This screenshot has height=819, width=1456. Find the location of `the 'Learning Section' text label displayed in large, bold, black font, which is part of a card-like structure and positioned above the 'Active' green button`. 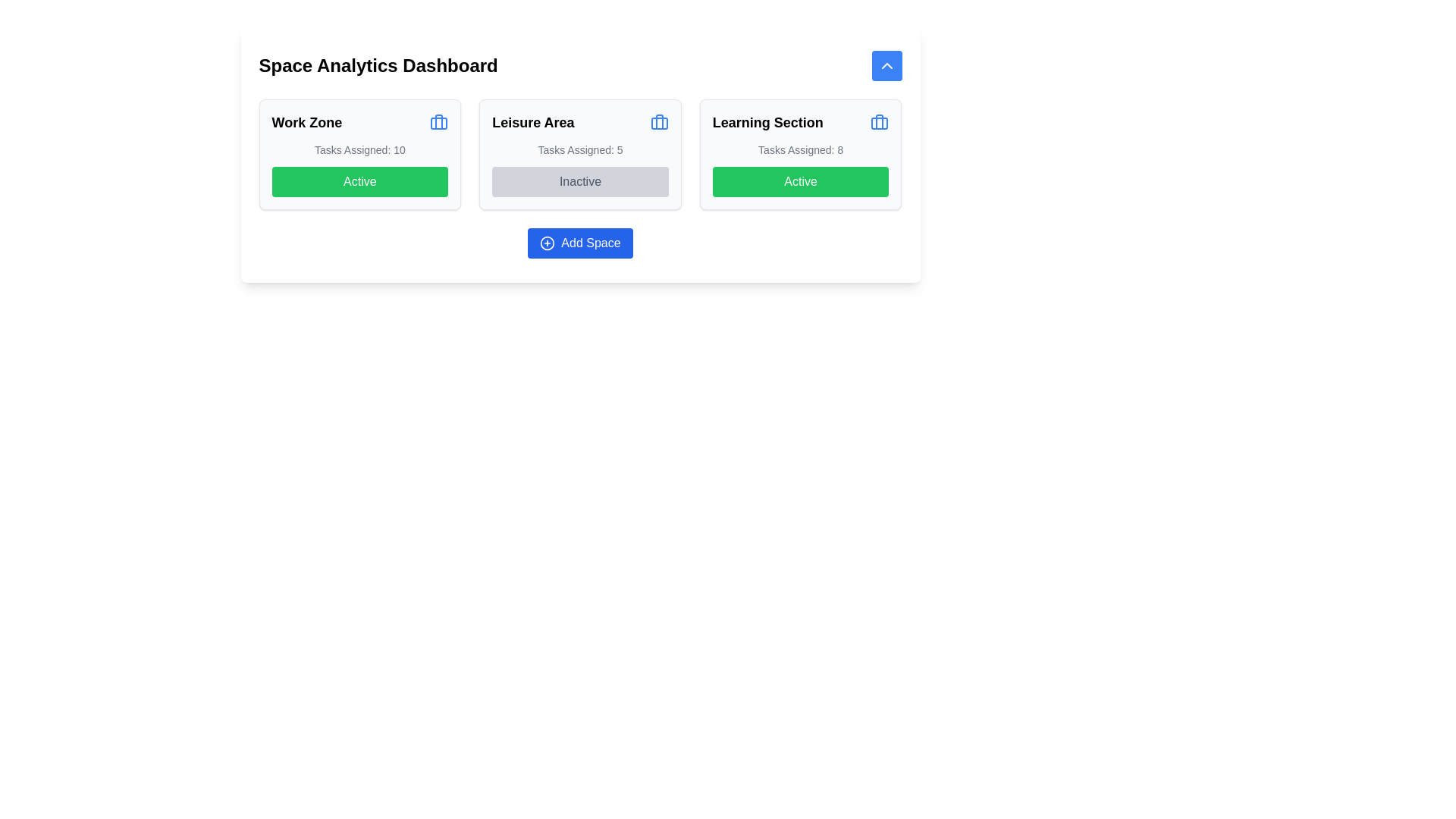

the 'Learning Section' text label displayed in large, bold, black font, which is part of a card-like structure and positioned above the 'Active' green button is located at coordinates (767, 122).